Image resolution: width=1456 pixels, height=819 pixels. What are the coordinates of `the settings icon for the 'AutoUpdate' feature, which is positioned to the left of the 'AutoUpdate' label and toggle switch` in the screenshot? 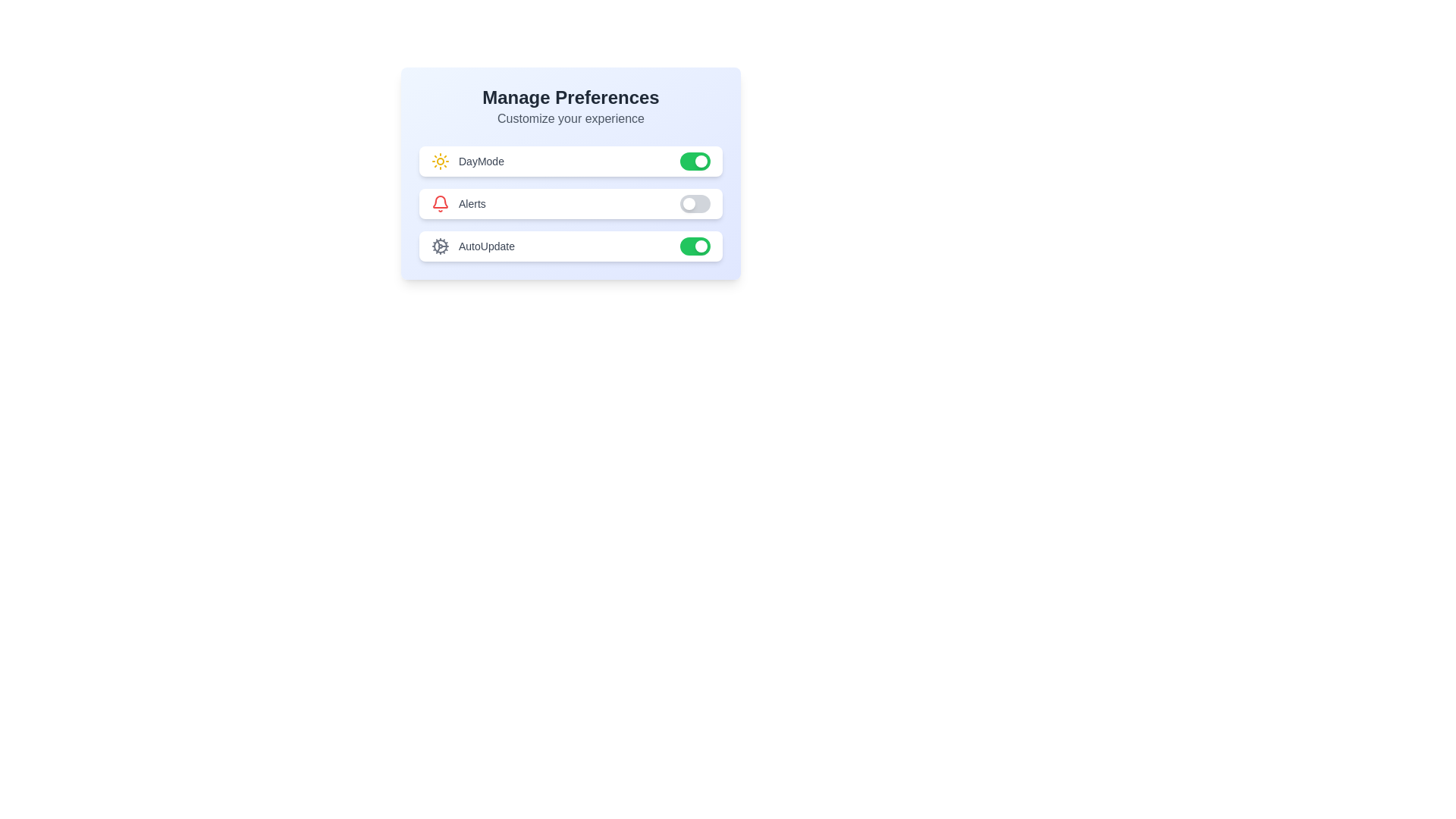 It's located at (439, 245).